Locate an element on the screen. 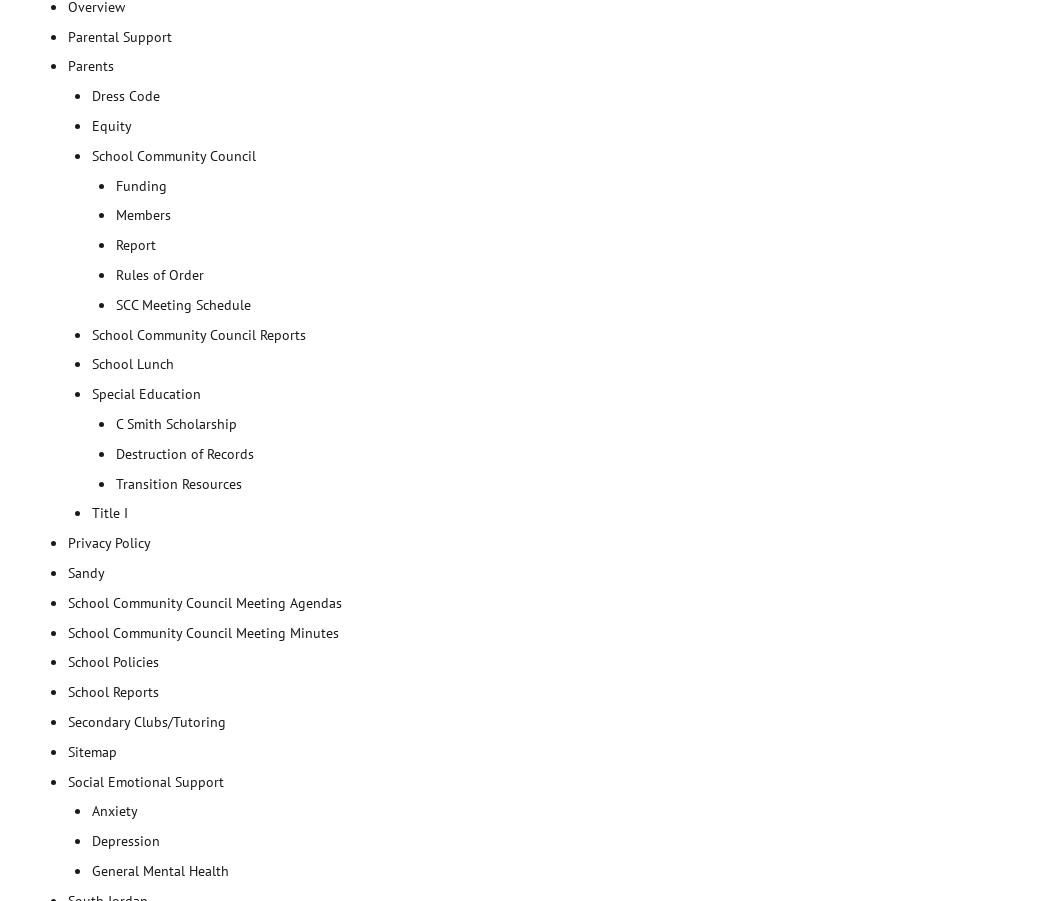 The height and width of the screenshot is (901, 1050). 'SCC Meeting Schedule' is located at coordinates (183, 303).